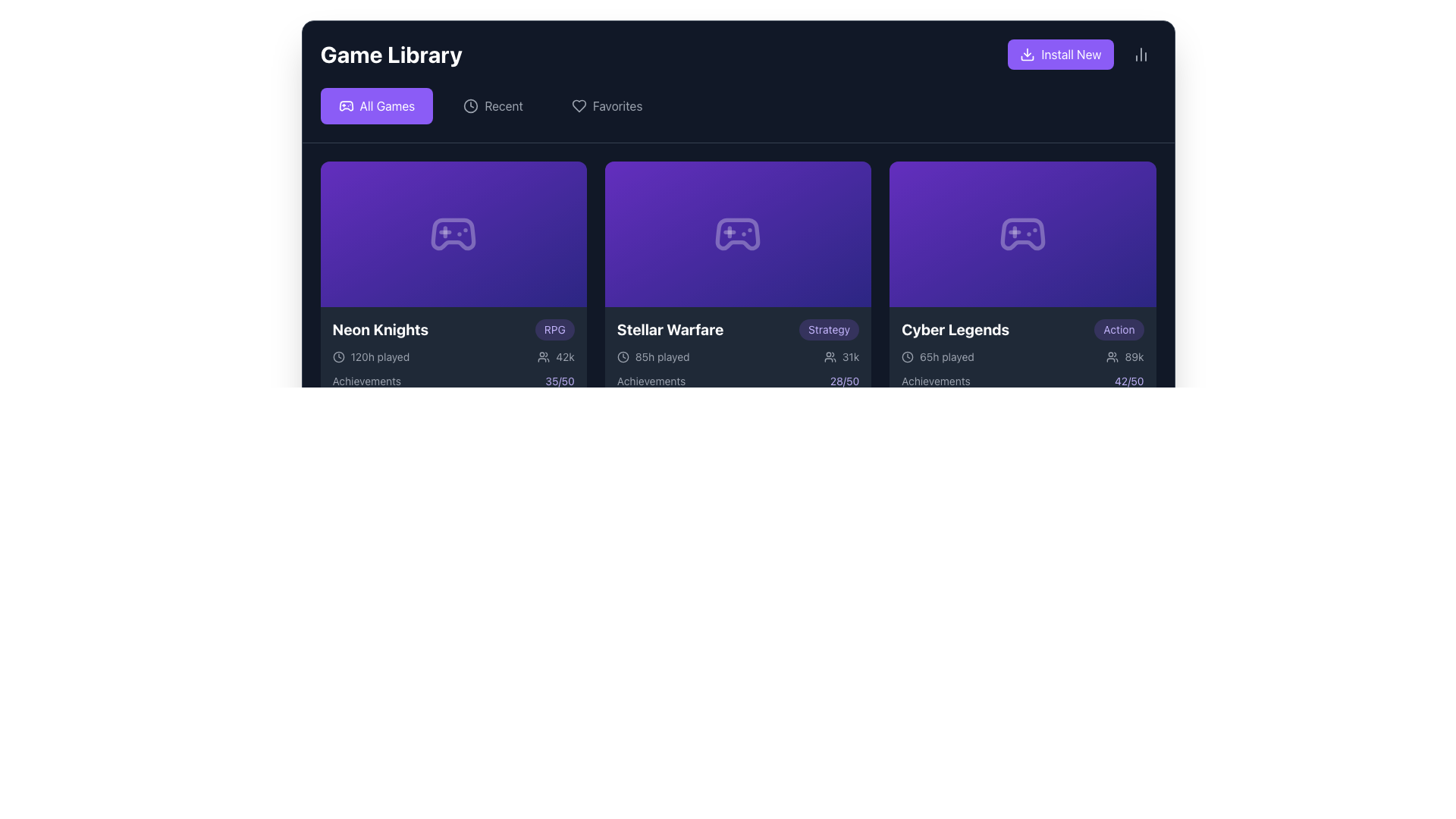 The image size is (1456, 819). Describe the element at coordinates (1119, 329) in the screenshot. I see `the 'Action' badge, which is a rounded violet badge located in the top-right corner of the 'Cyber Legends' item card` at that location.